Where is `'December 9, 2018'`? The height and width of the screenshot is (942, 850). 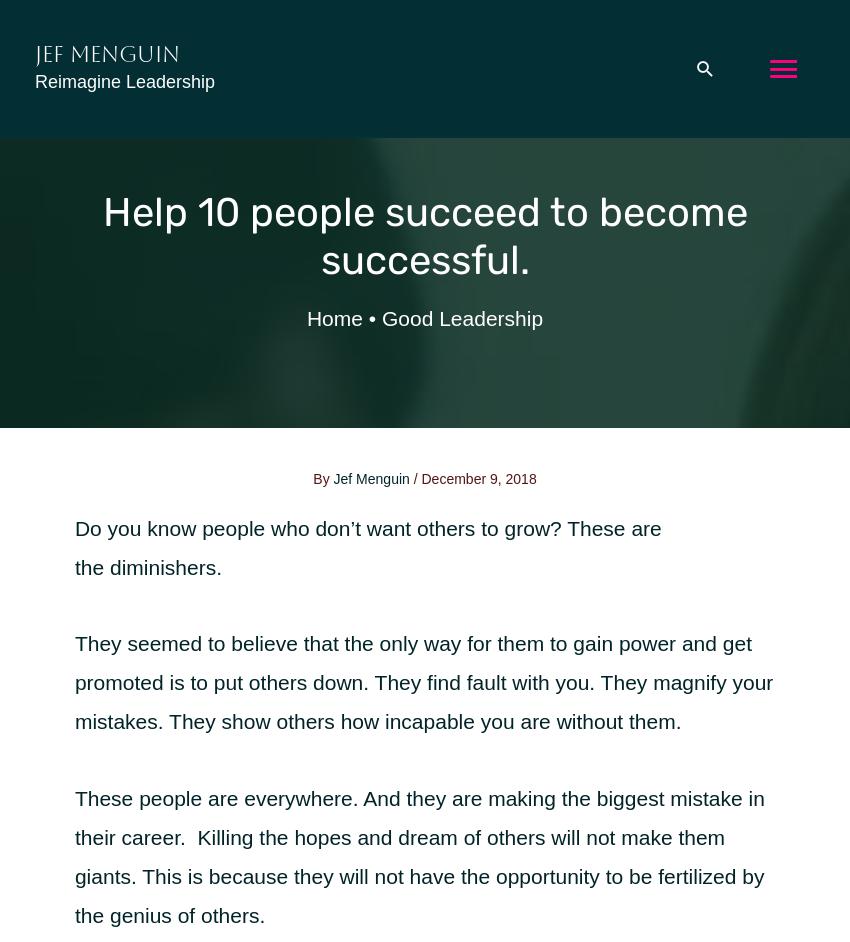
'December 9, 2018' is located at coordinates (478, 479).